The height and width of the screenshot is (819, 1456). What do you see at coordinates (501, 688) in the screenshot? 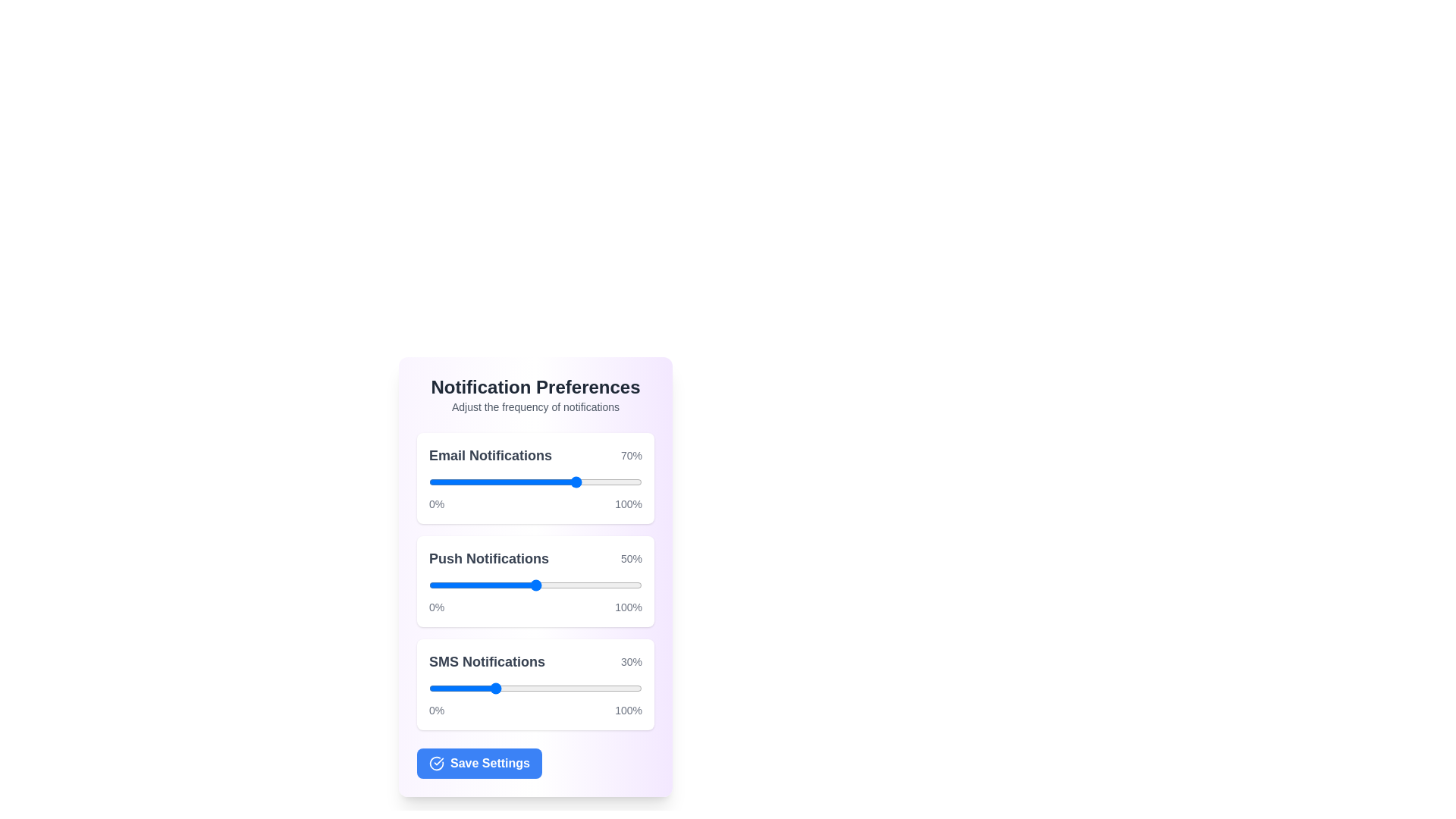
I see `SMS notification slider` at bounding box center [501, 688].